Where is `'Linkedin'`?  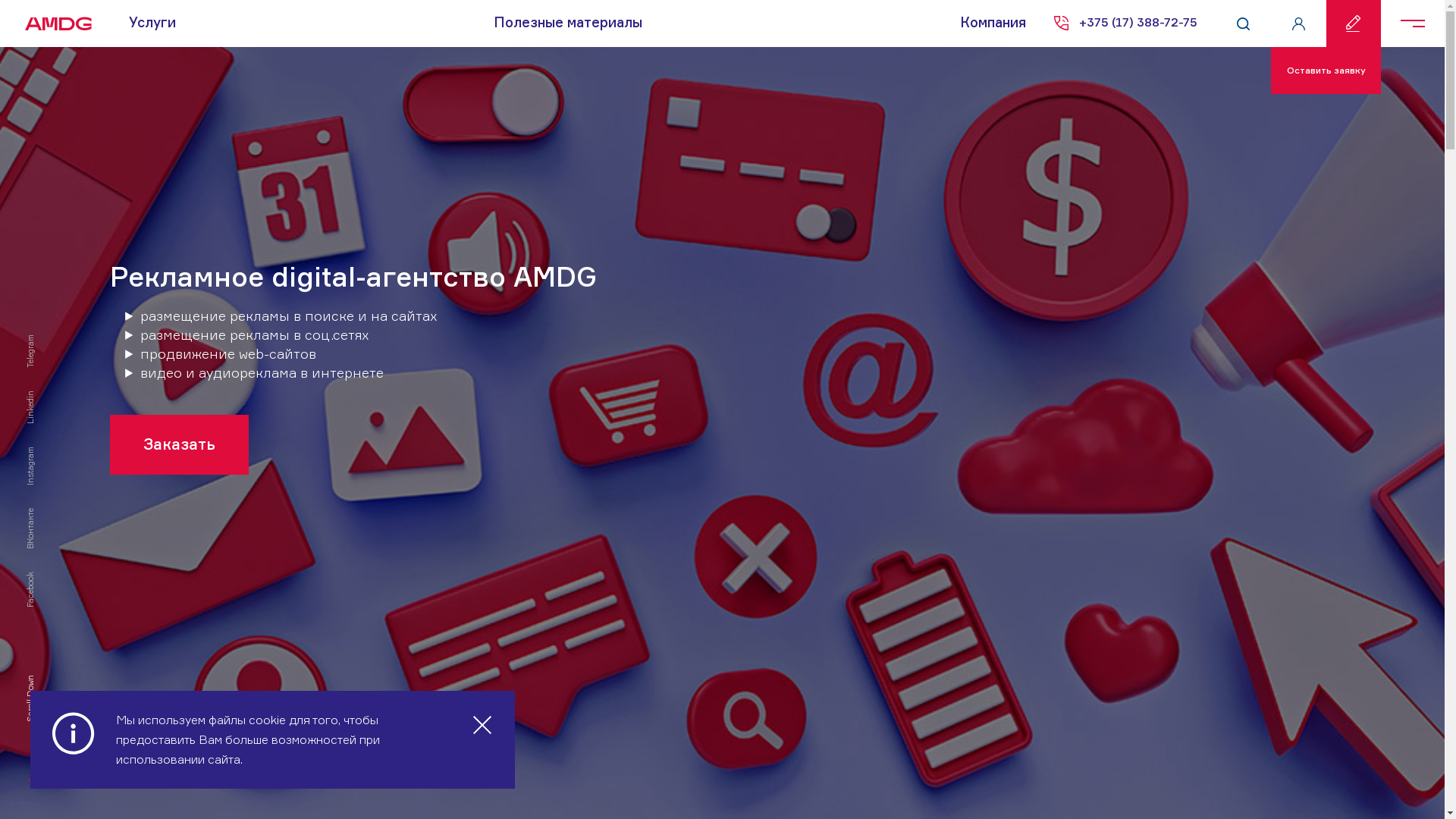 'Linkedin' is located at coordinates (41, 394).